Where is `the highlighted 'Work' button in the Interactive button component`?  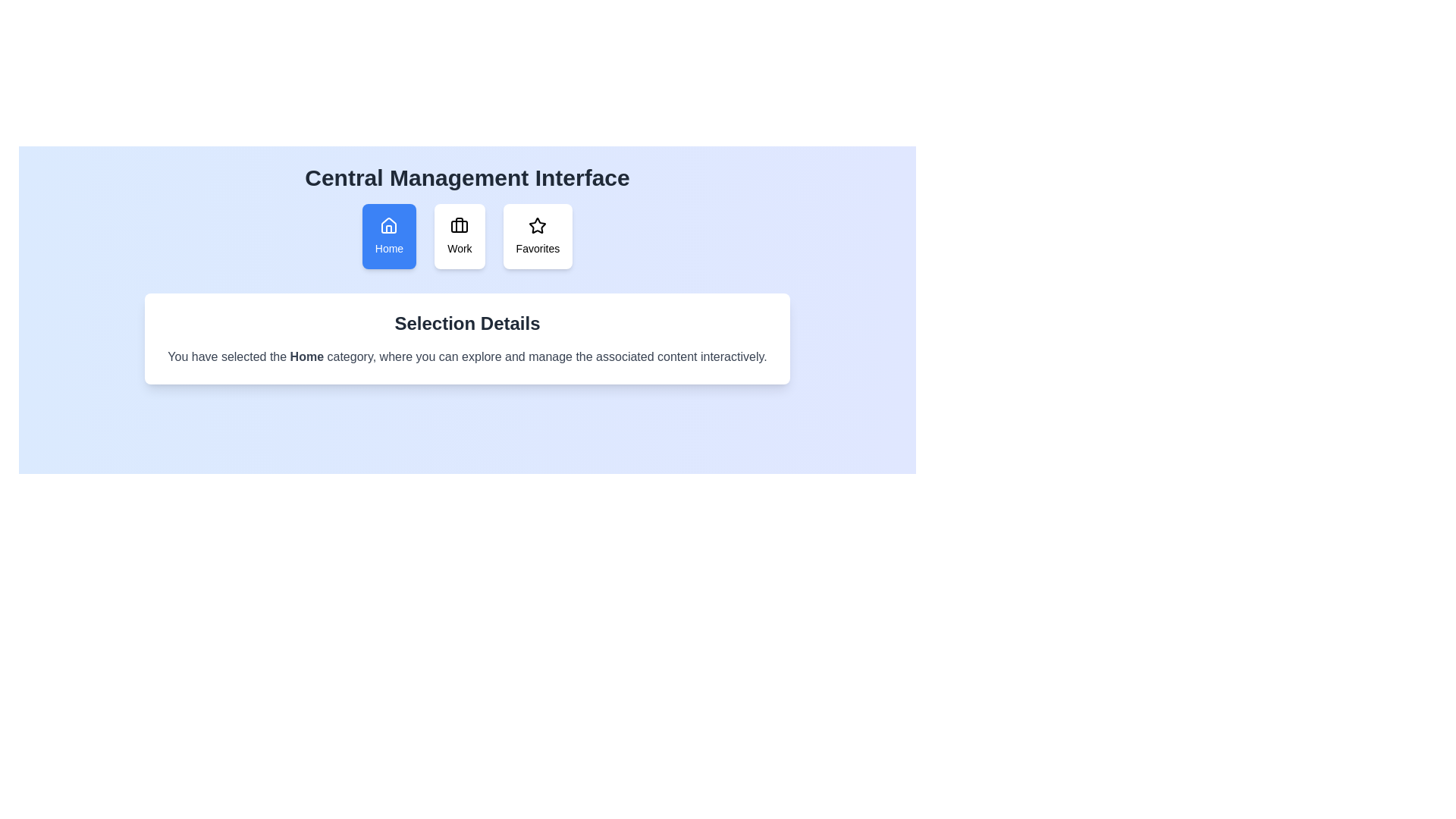 the highlighted 'Work' button in the Interactive button component is located at coordinates (466, 237).